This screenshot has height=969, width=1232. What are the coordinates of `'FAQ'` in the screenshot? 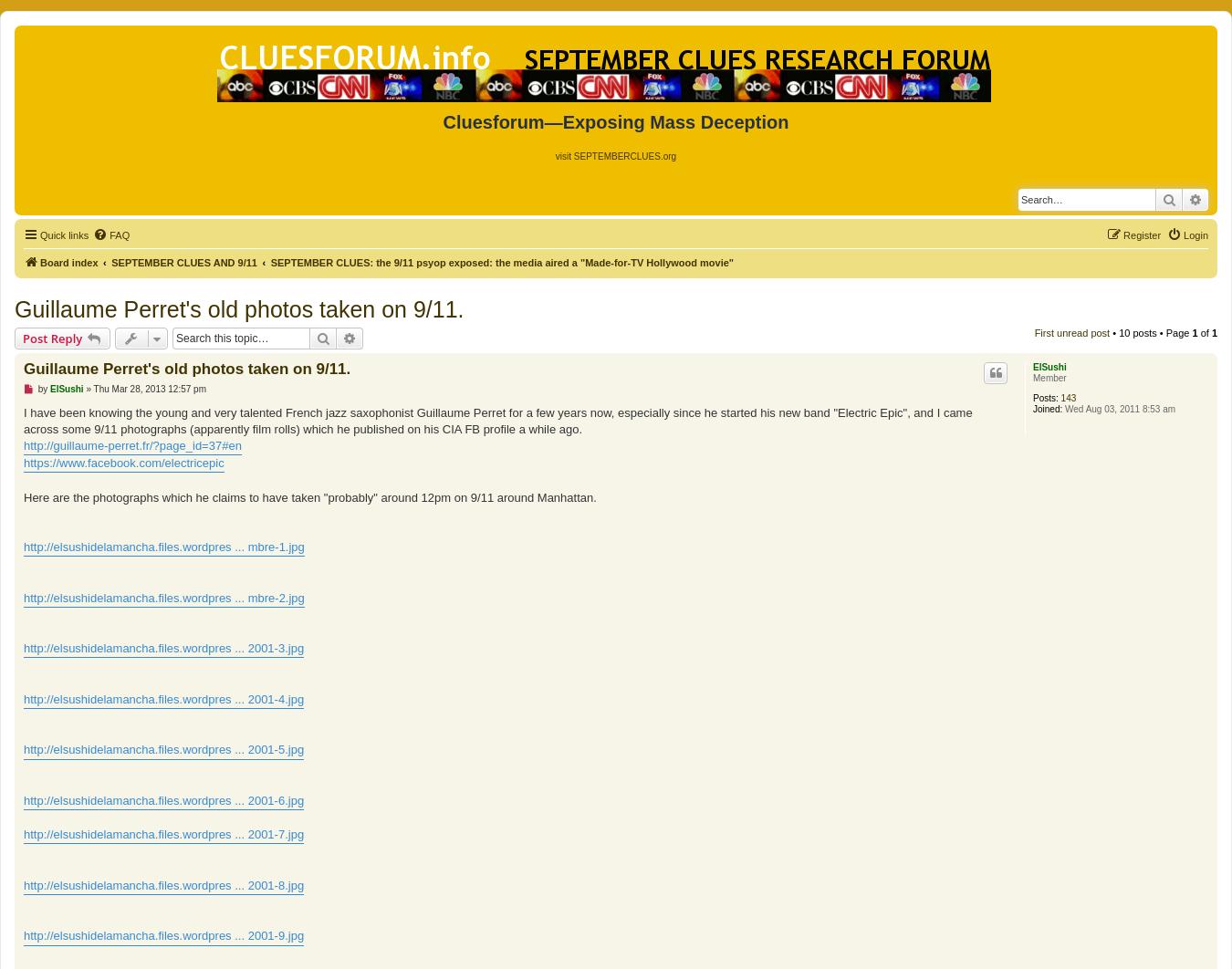 It's located at (119, 234).